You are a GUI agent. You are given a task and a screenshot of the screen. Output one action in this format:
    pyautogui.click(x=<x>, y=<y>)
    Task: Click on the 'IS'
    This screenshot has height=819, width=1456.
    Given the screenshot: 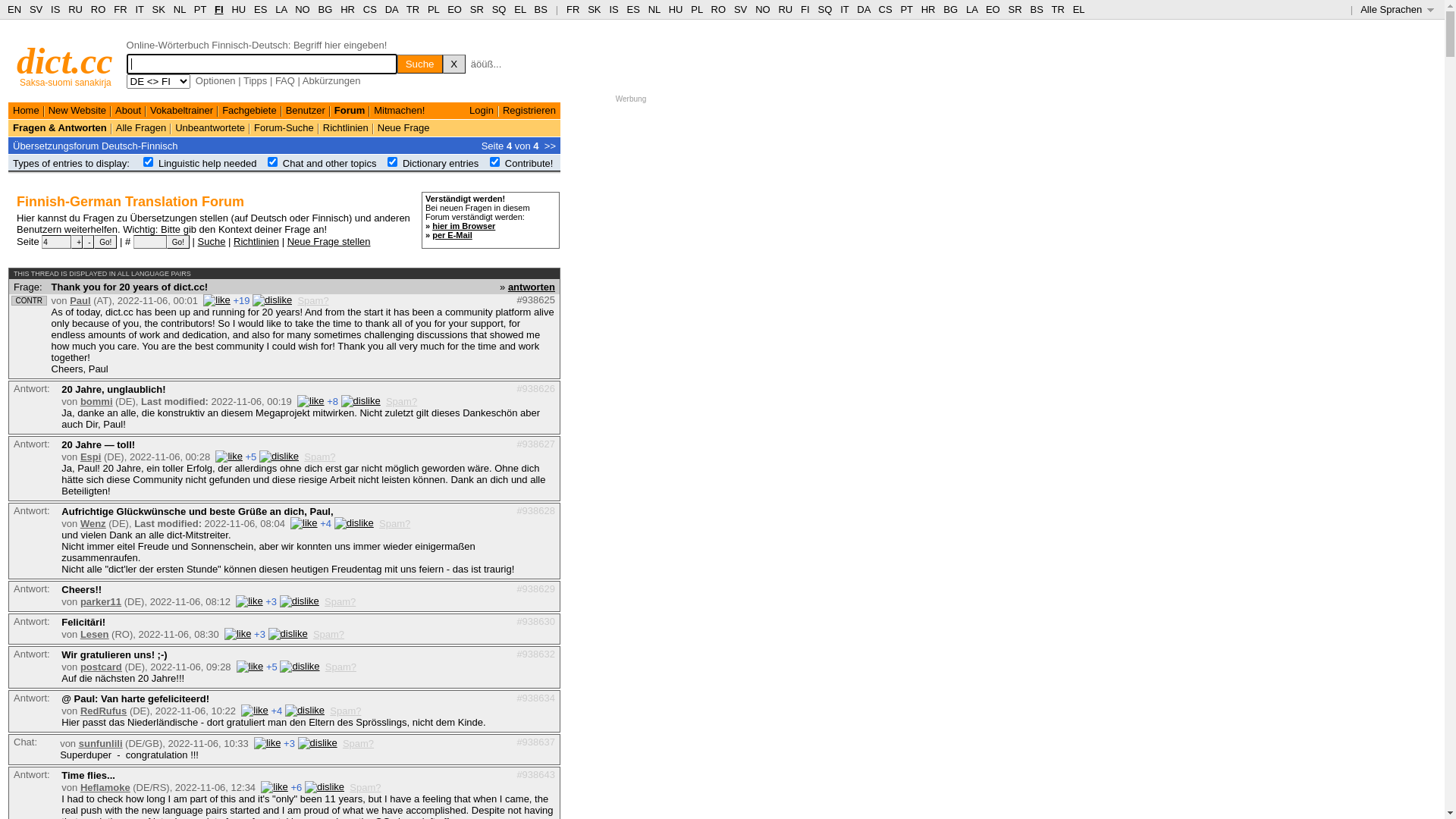 What is the action you would take?
    pyautogui.click(x=613, y=9)
    